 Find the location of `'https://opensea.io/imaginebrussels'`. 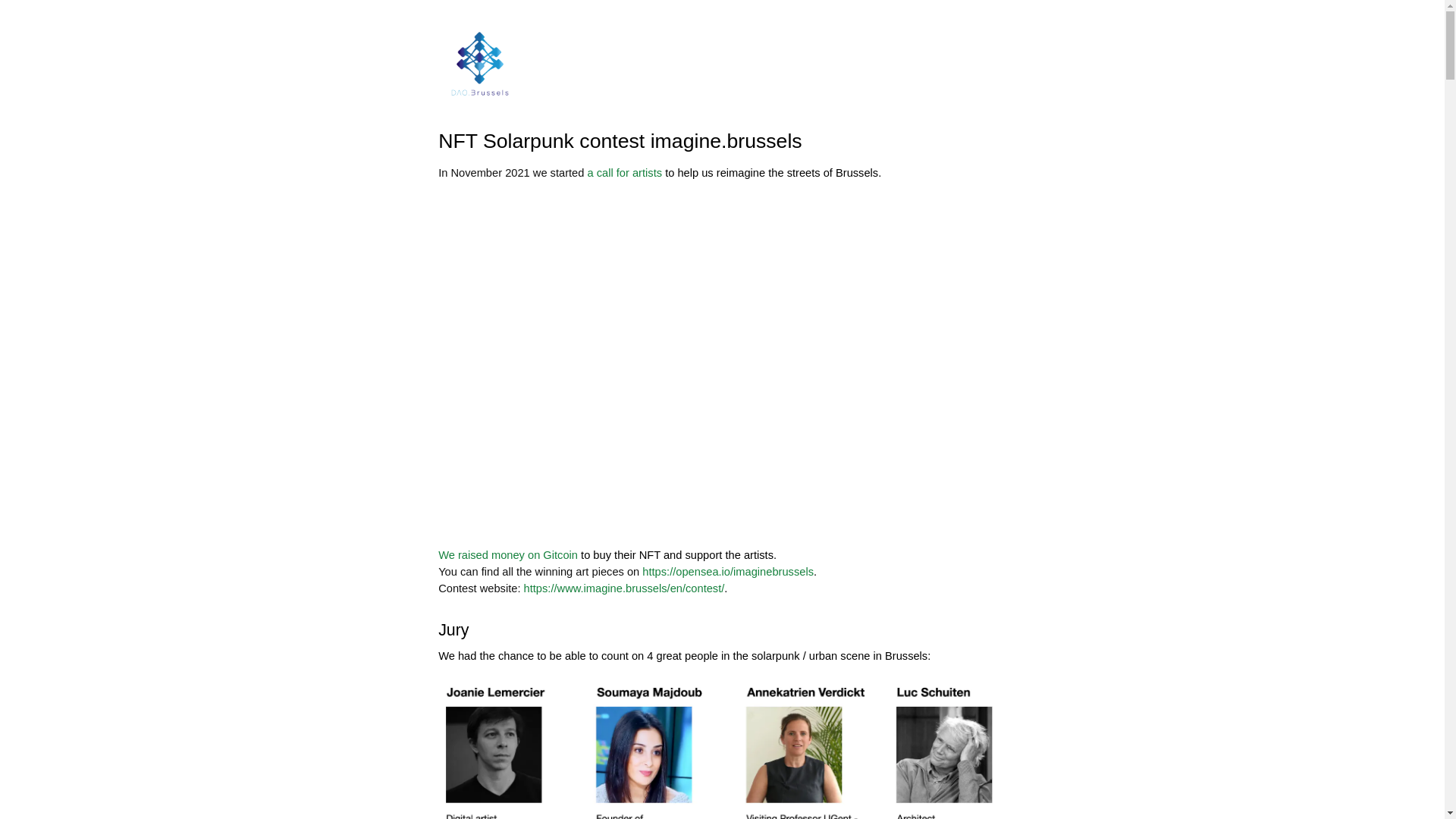

'https://opensea.io/imaginebrussels' is located at coordinates (642, 571).